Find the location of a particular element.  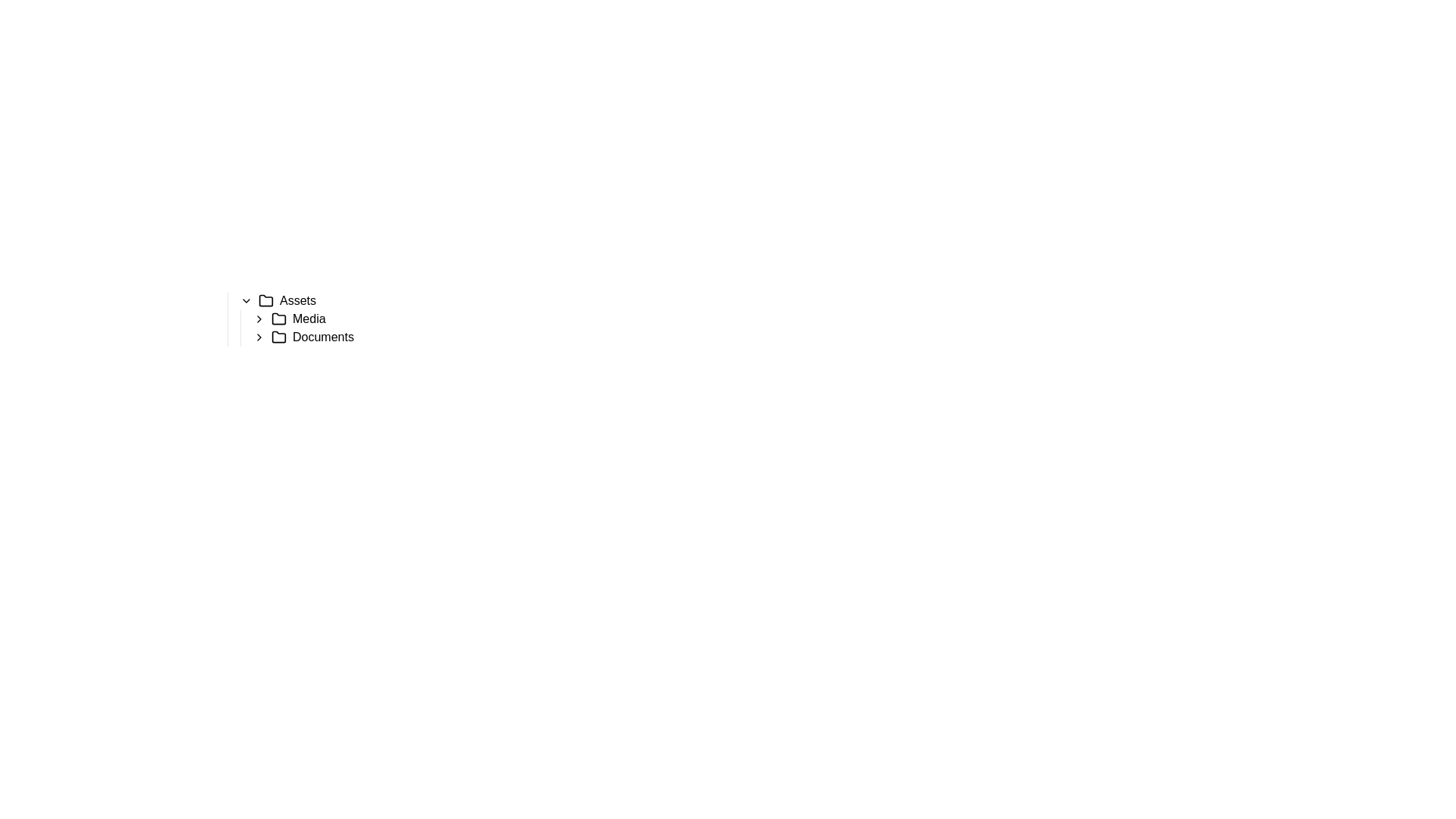

the 'Documents' folder icon, which is the third element in a horizontal navigation panel, located before the label 'Documents' is located at coordinates (279, 336).